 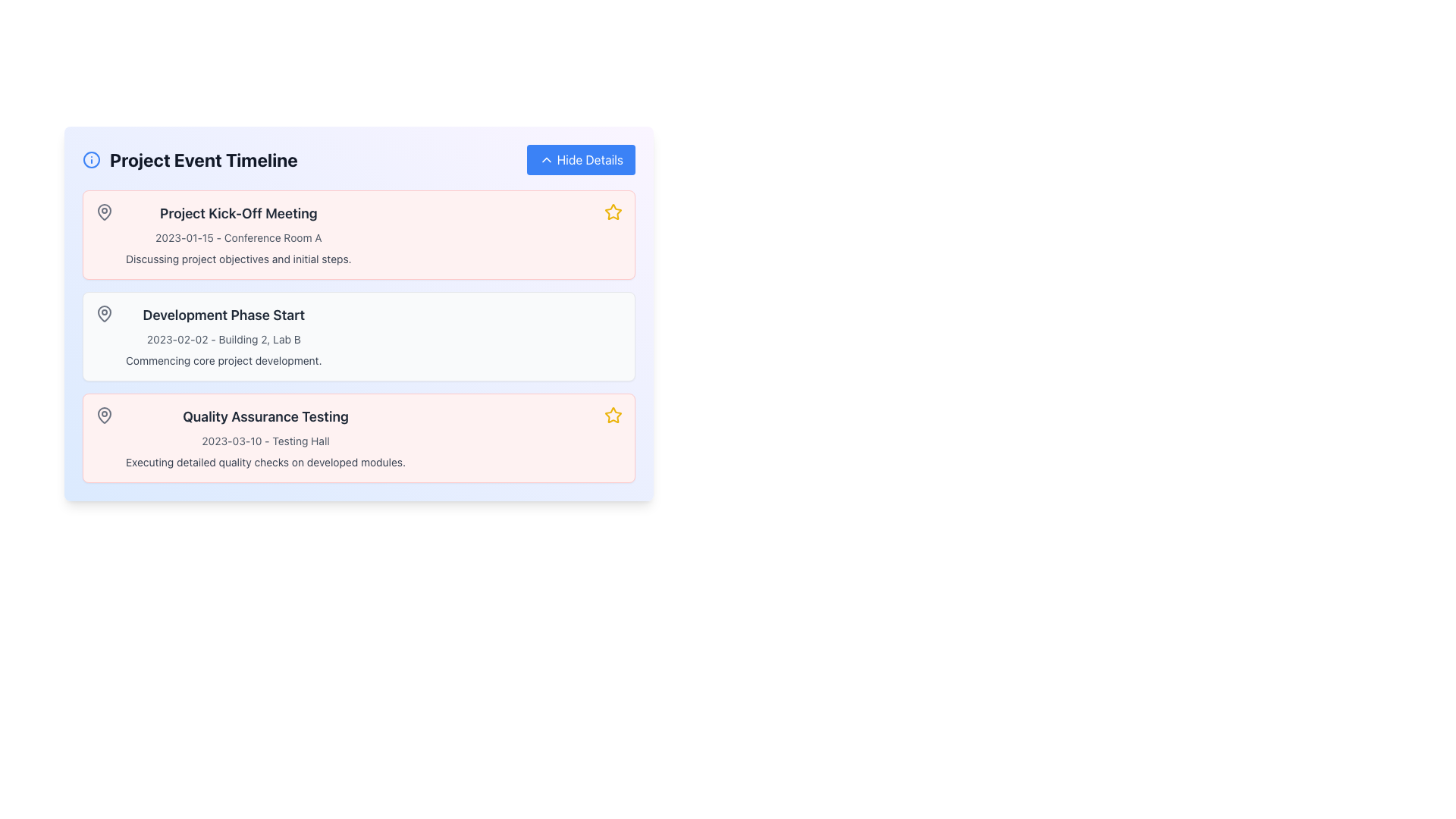 What do you see at coordinates (90, 160) in the screenshot?
I see `the blue circular icon with an information symbol located to the left of the 'Project Event Timeline' heading for details` at bounding box center [90, 160].